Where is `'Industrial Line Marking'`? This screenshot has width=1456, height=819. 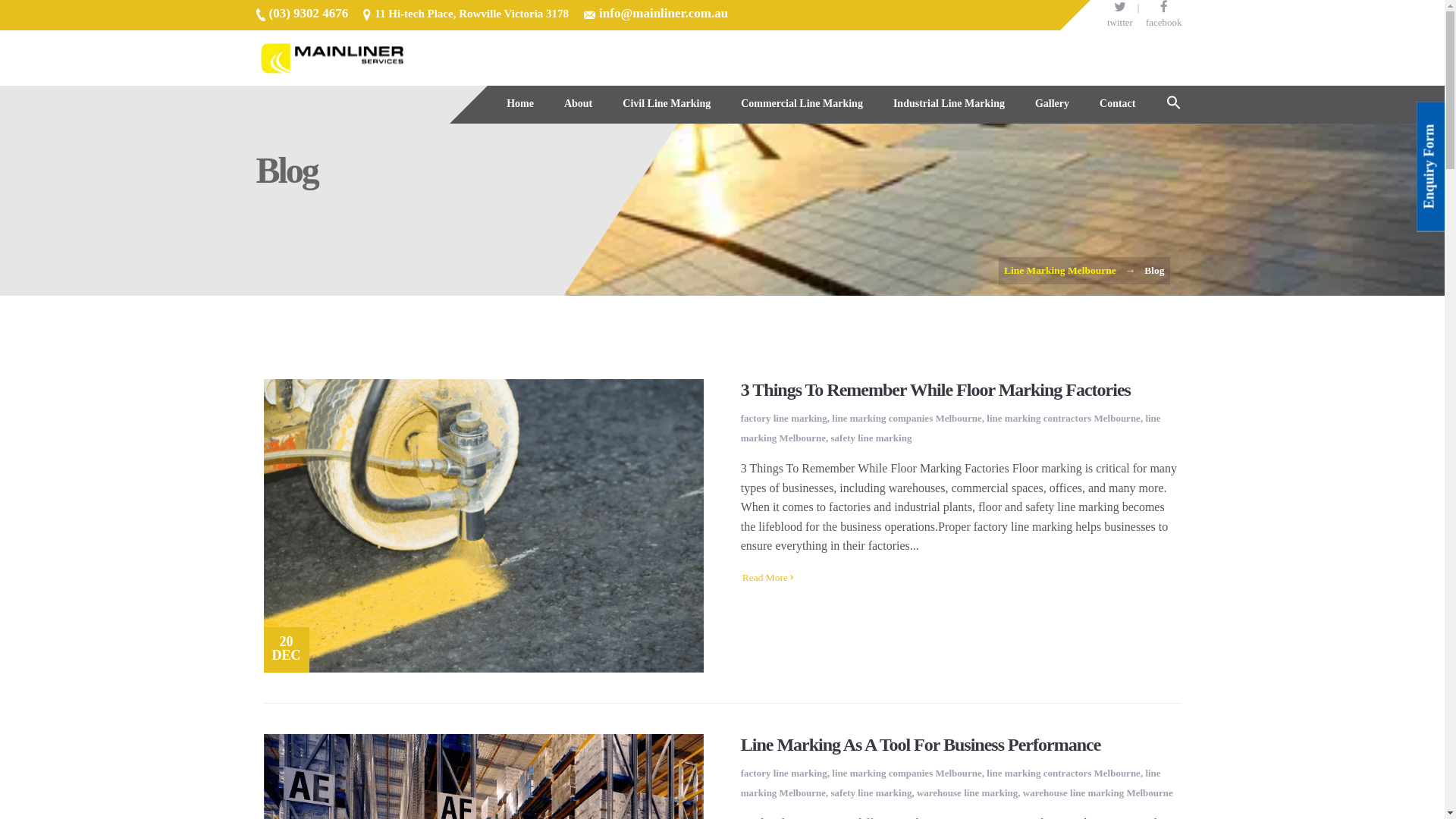 'Industrial Line Marking' is located at coordinates (948, 103).